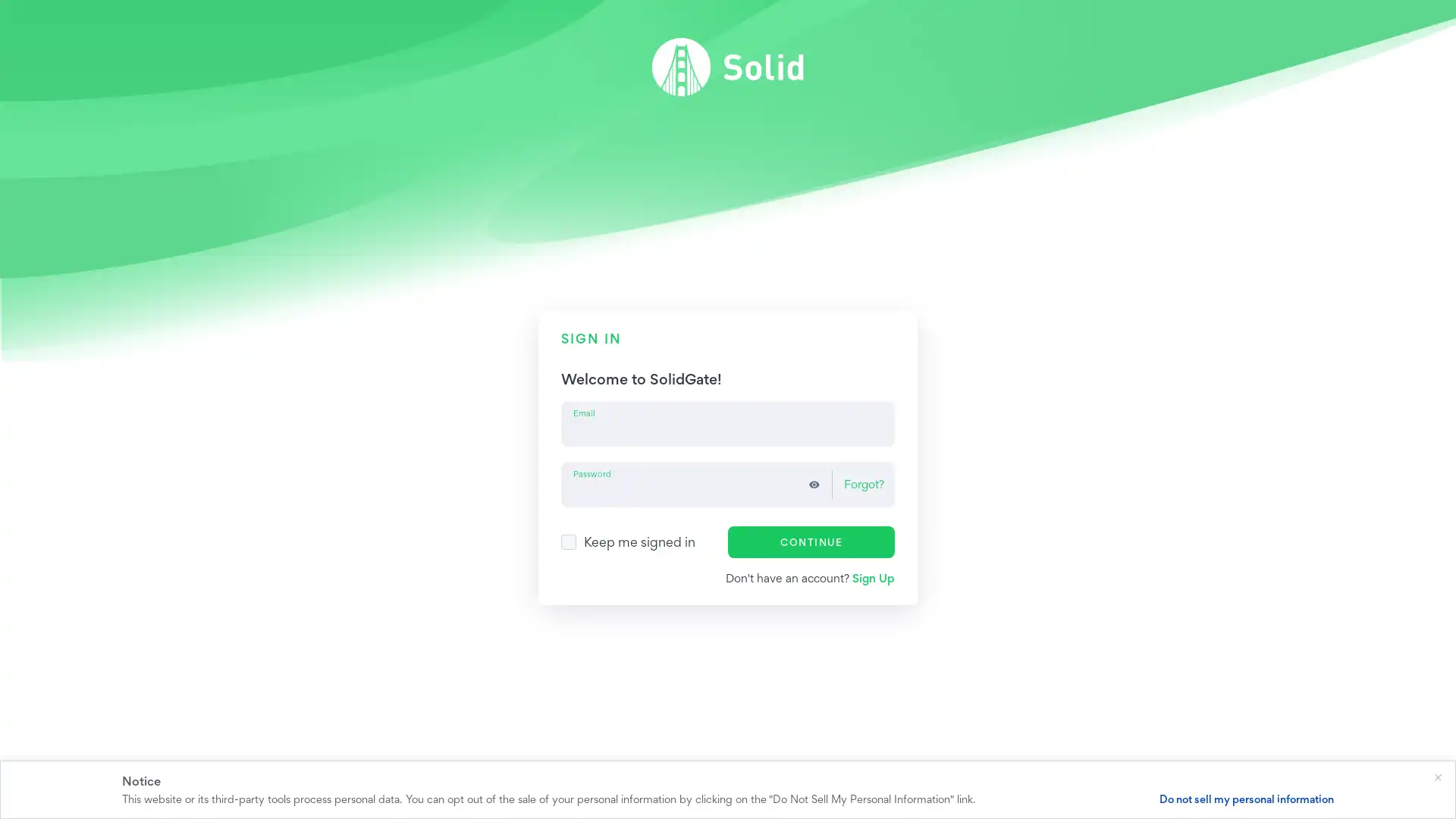  Describe the element at coordinates (1437, 775) in the screenshot. I see `consent-close-icon` at that location.